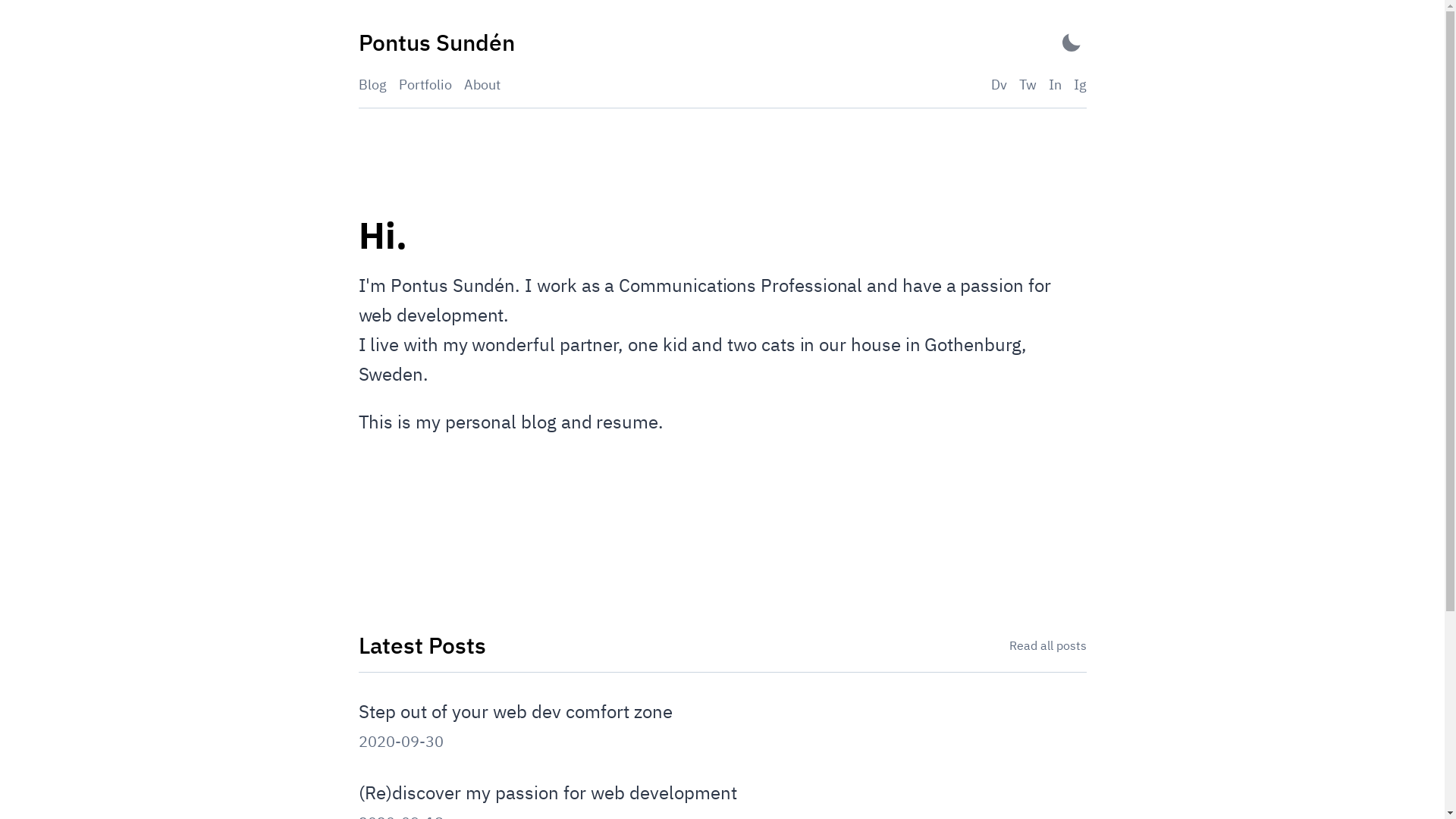 The width and height of the screenshot is (1456, 819). What do you see at coordinates (425, 84) in the screenshot?
I see `'Portfolio'` at bounding box center [425, 84].